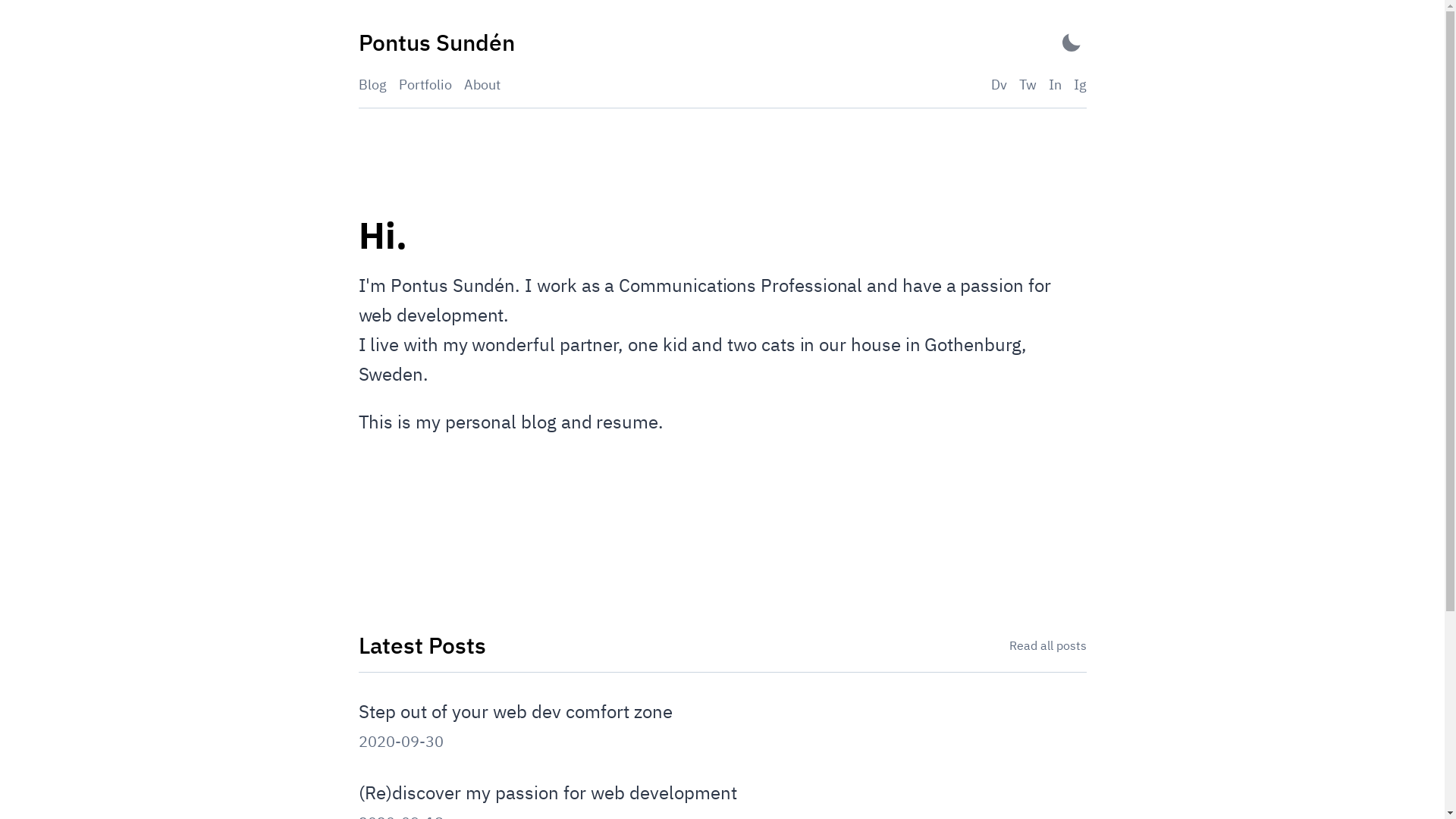 The width and height of the screenshot is (1456, 819). What do you see at coordinates (425, 84) in the screenshot?
I see `'Portfolio'` at bounding box center [425, 84].